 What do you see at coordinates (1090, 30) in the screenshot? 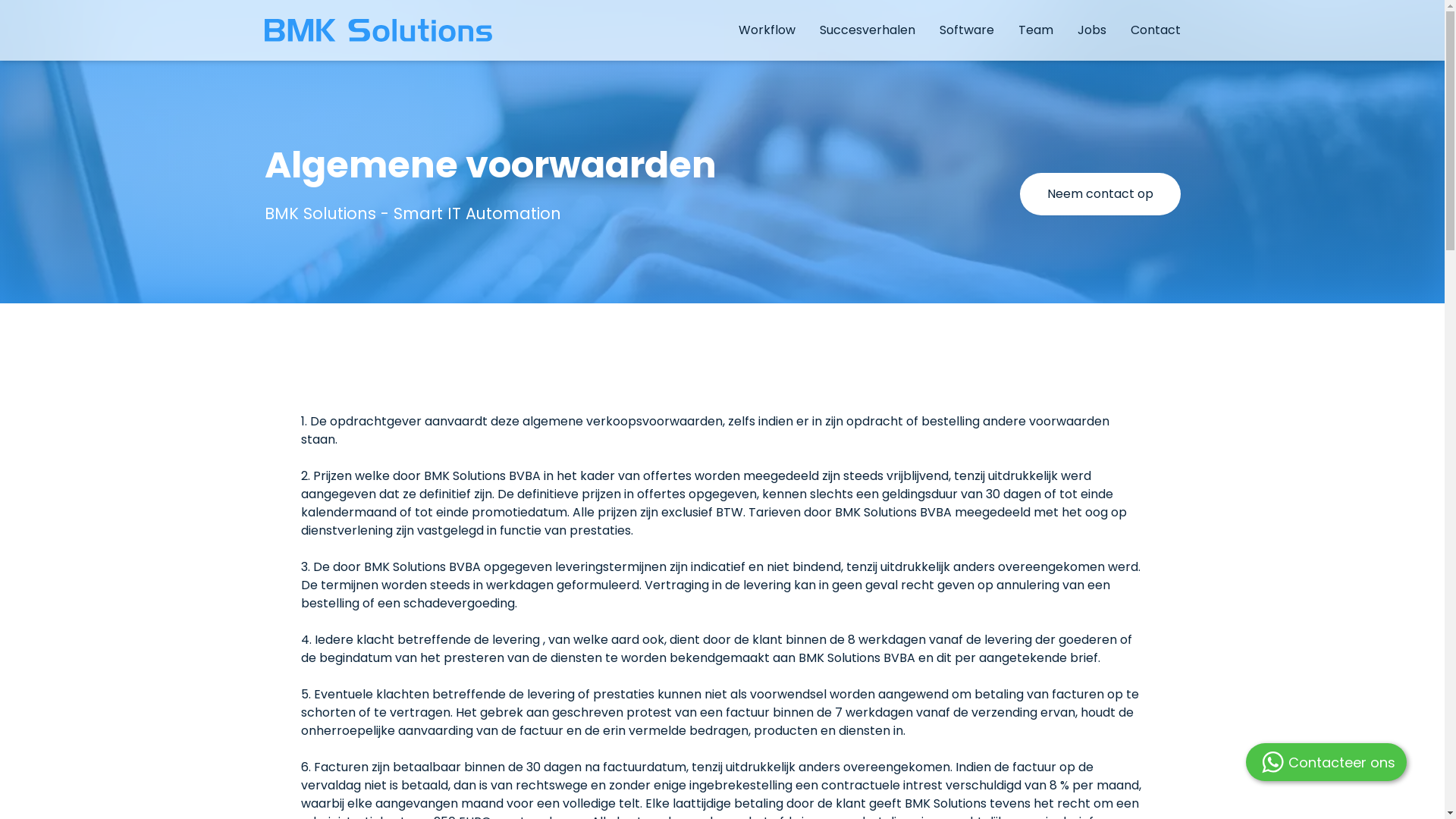
I see `'Jobs'` at bounding box center [1090, 30].